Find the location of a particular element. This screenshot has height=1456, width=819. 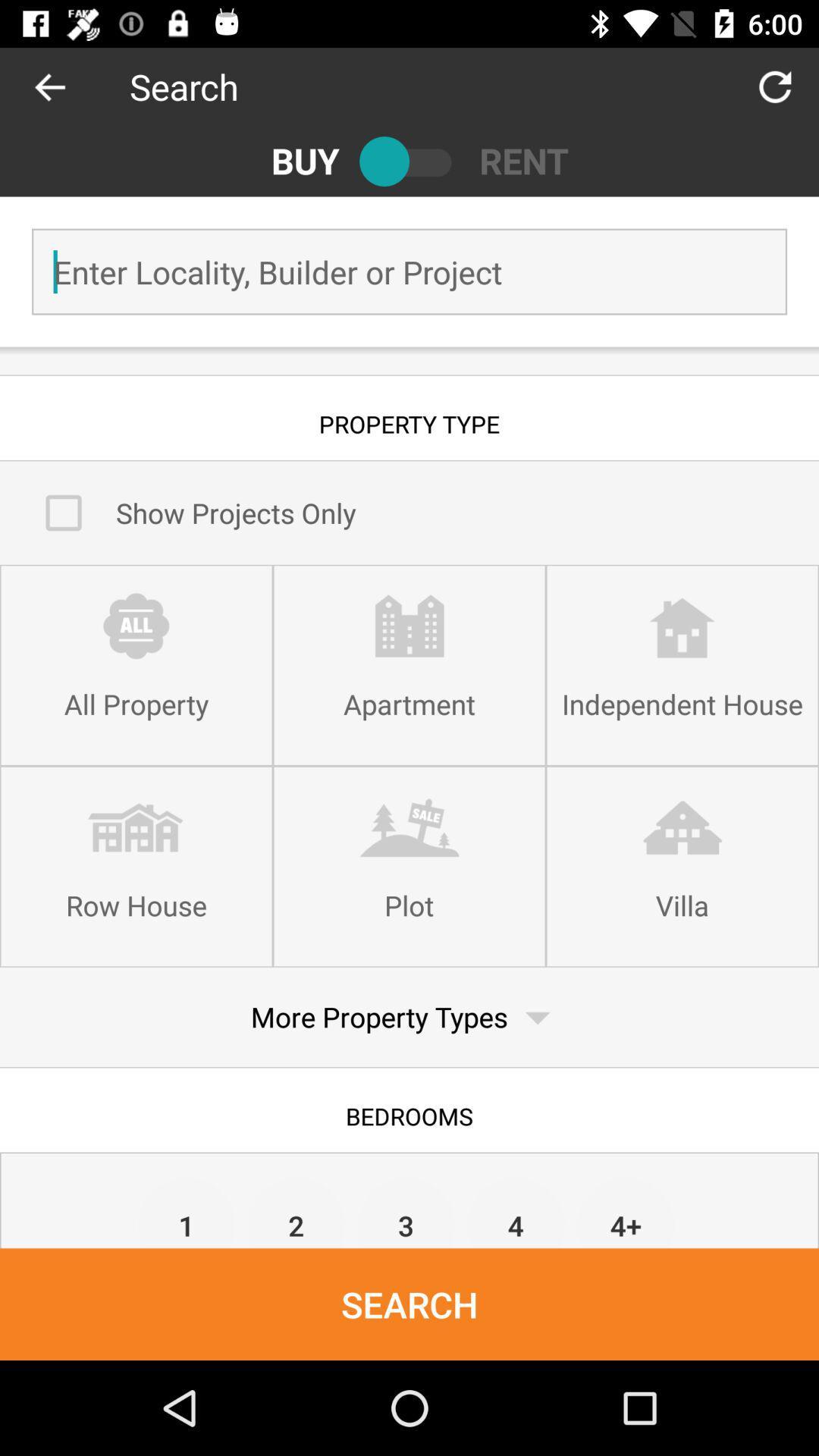

the item to the right of buy is located at coordinates (409, 161).